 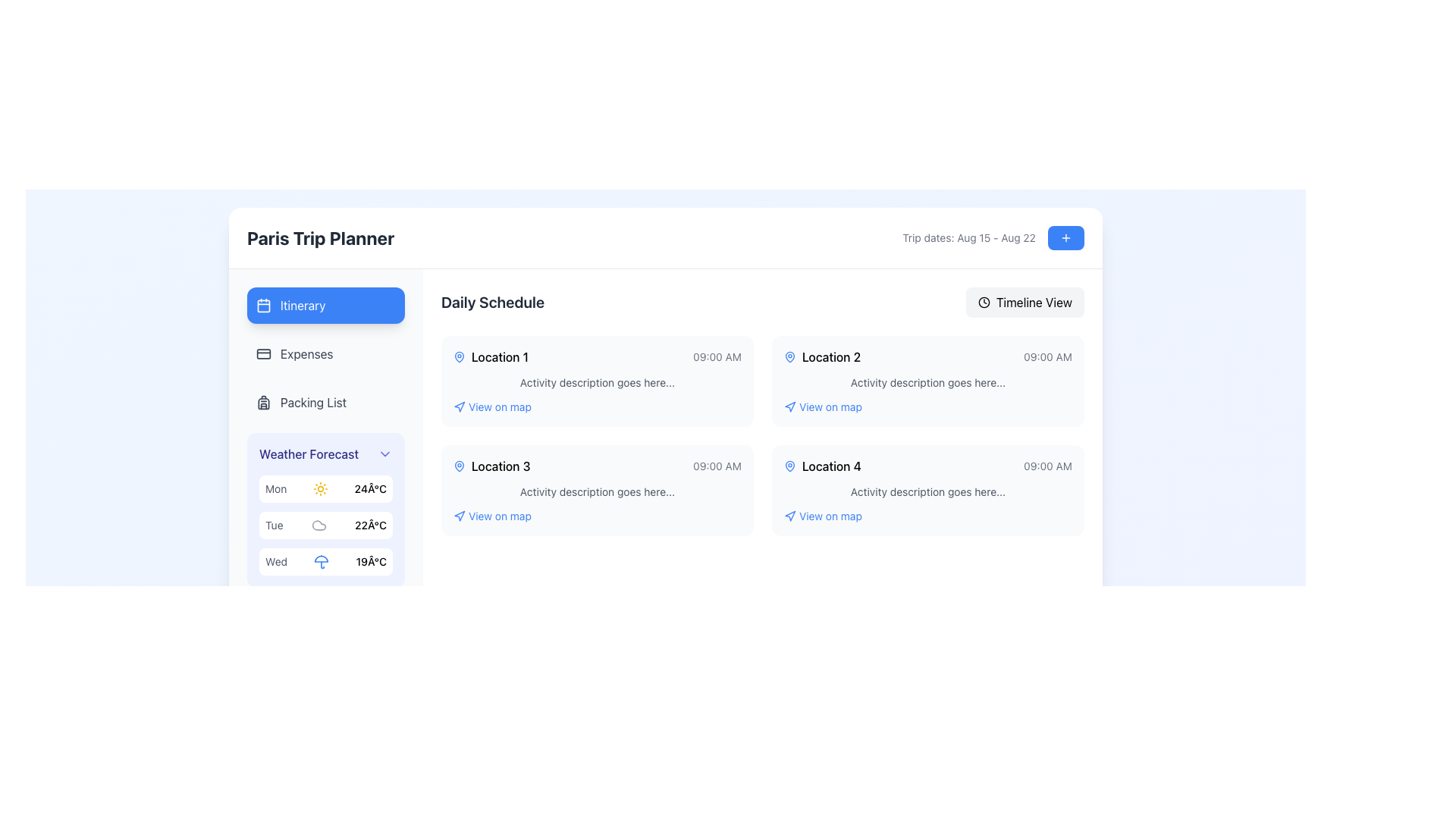 What do you see at coordinates (789, 406) in the screenshot?
I see `the design of the small navigation arrow icon located in the right column associated with 'Location 2', which is positioned immediately to the left of the 'View on map' text link` at bounding box center [789, 406].